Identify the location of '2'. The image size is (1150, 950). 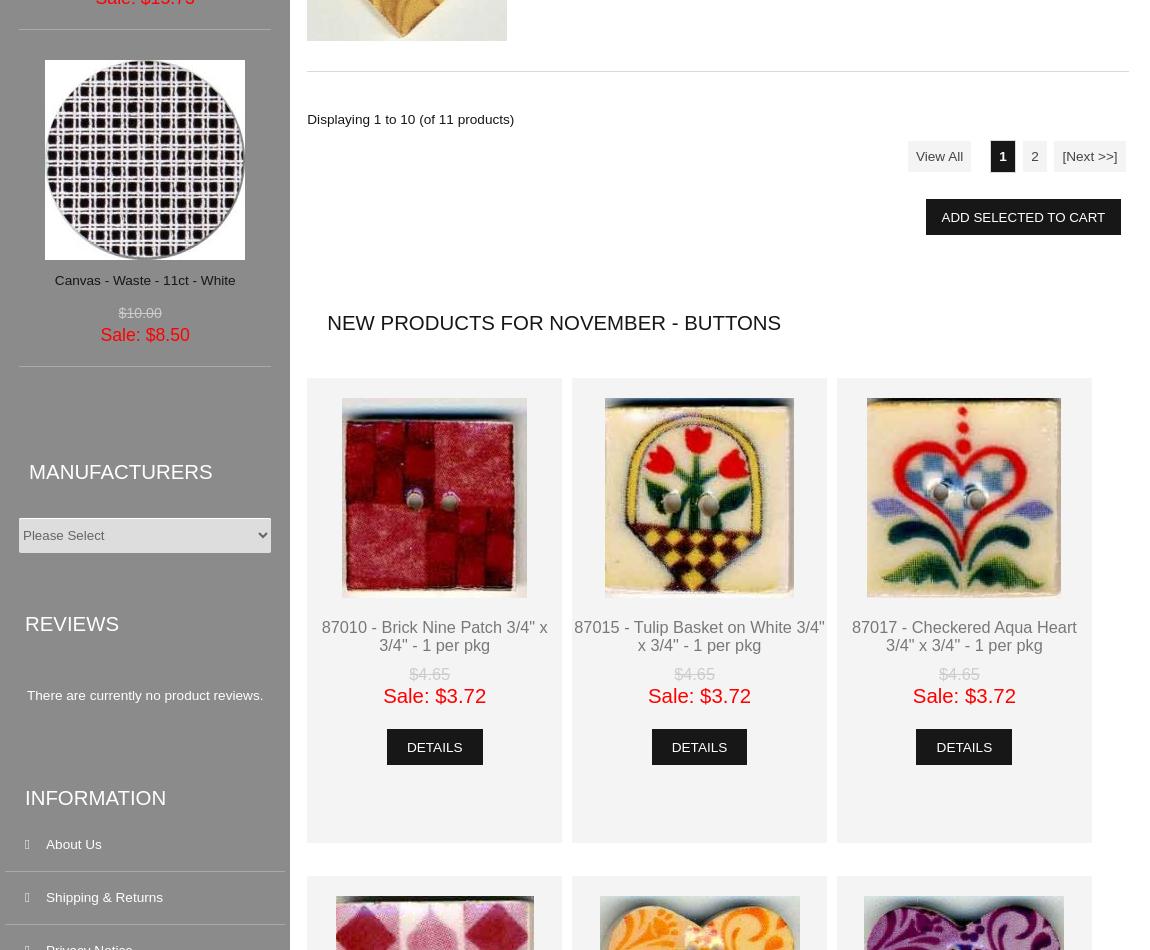
(1034, 155).